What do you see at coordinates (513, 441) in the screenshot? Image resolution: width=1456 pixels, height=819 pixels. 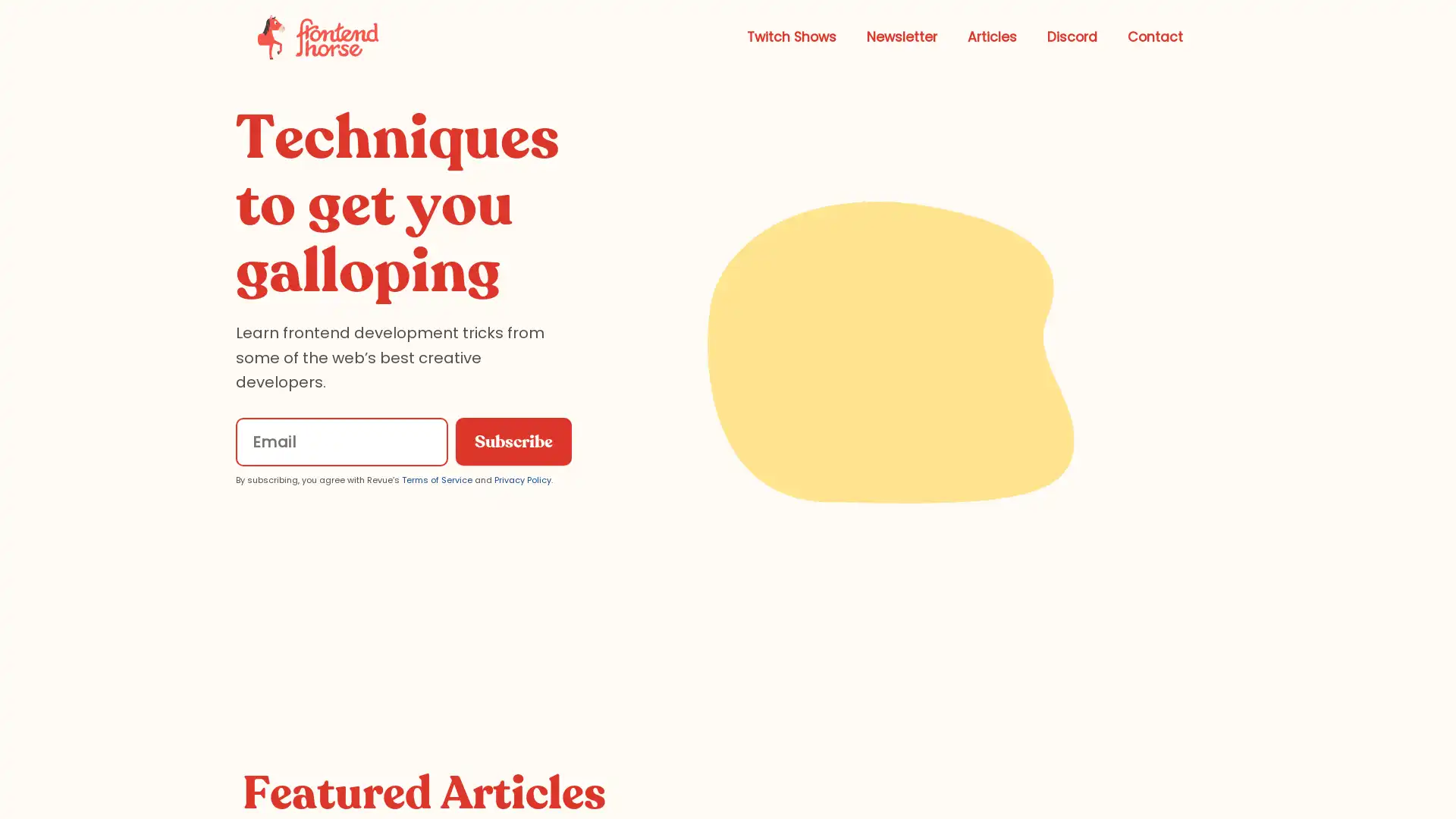 I see `Subscribe` at bounding box center [513, 441].